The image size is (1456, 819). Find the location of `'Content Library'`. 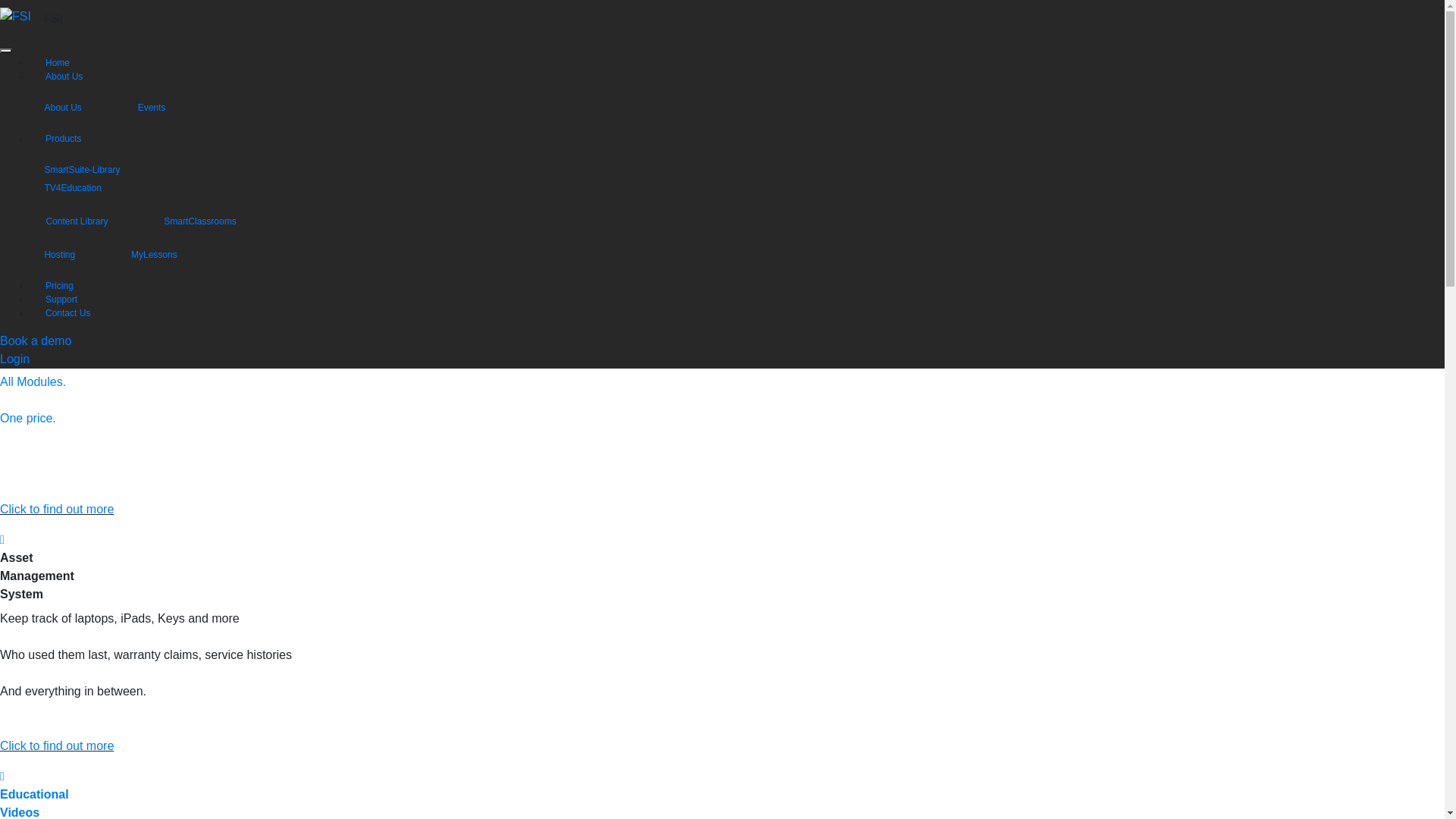

'Content Library' is located at coordinates (90, 221).